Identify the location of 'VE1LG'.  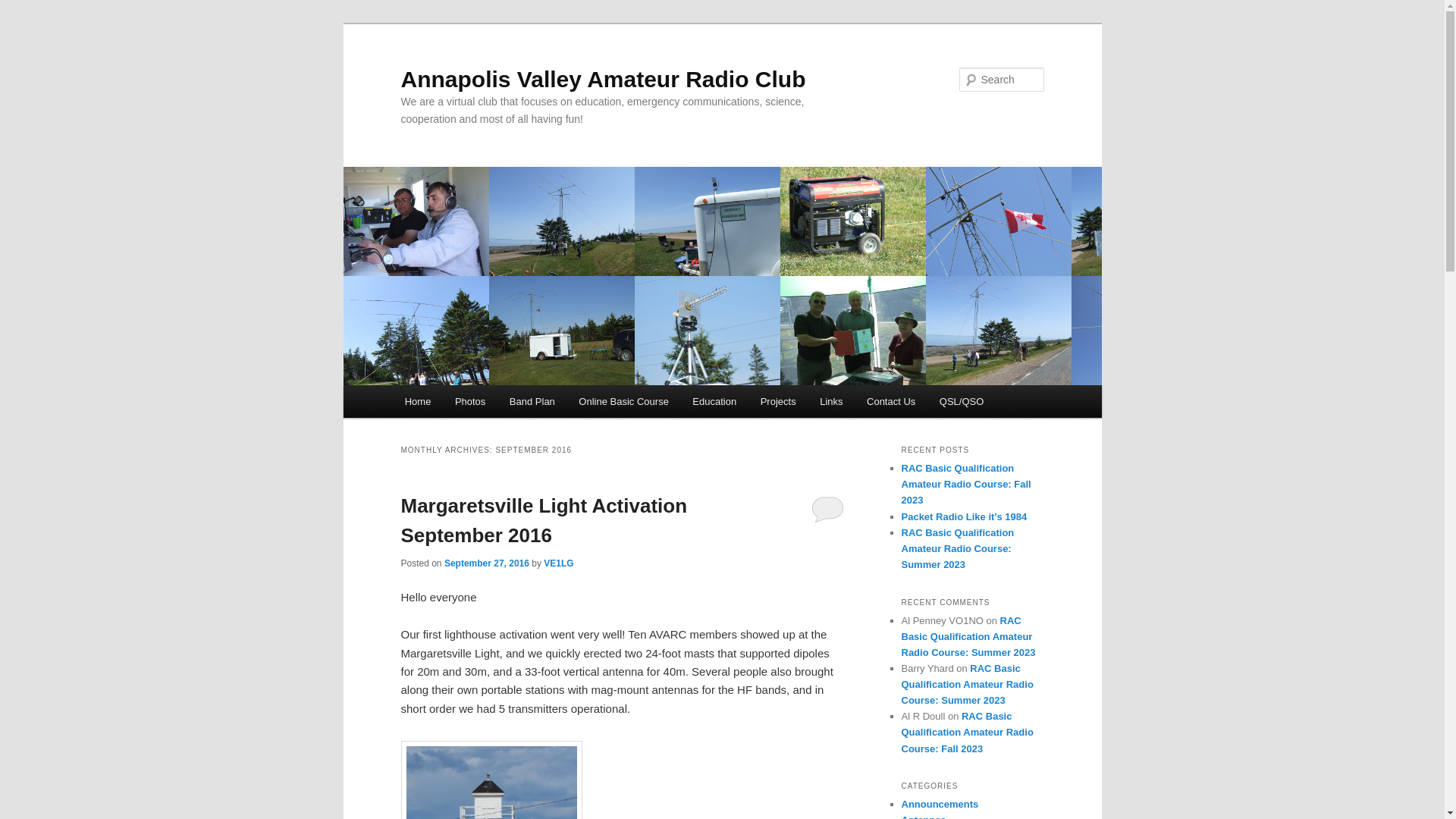
(557, 563).